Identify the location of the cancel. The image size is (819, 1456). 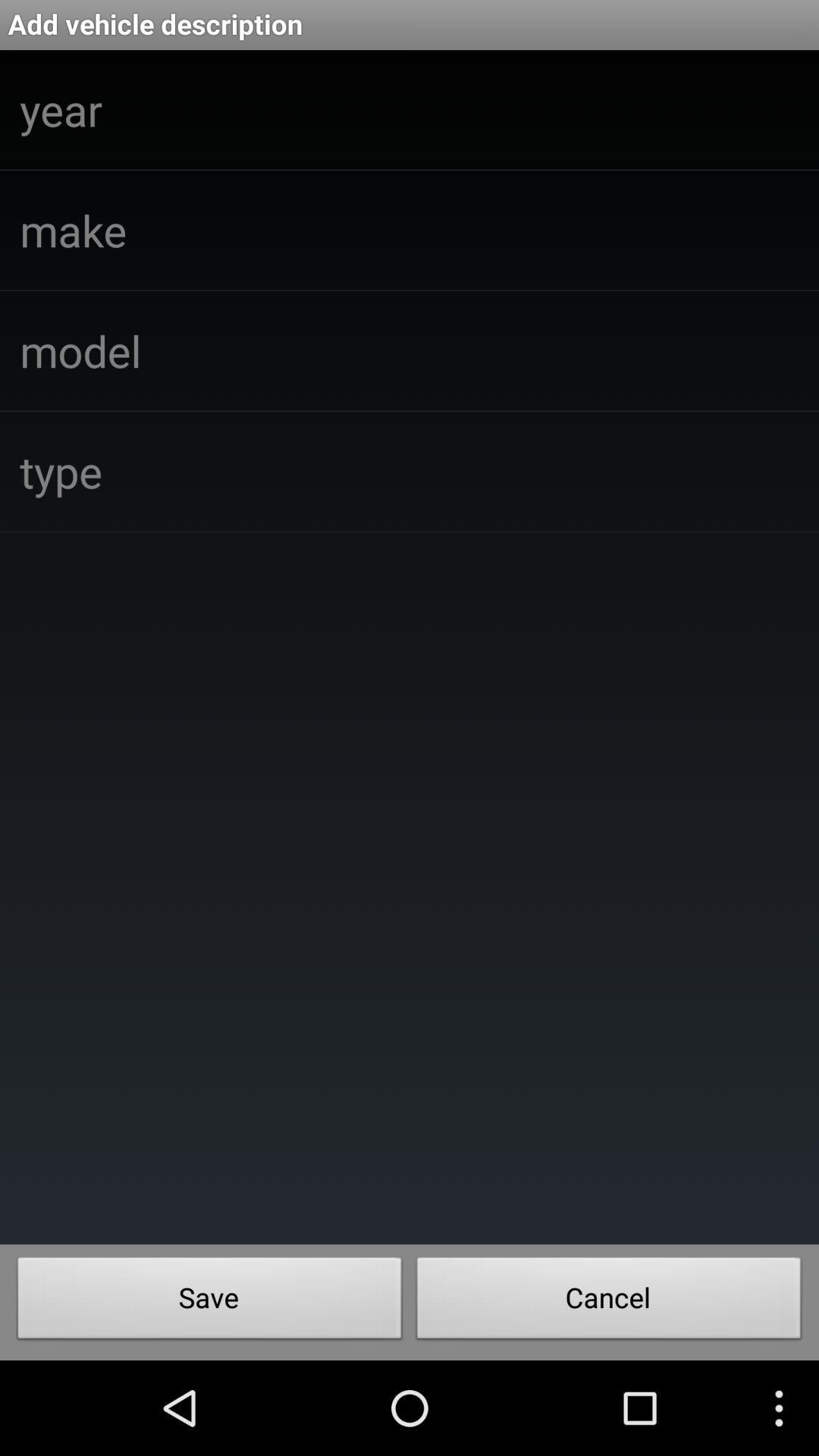
(608, 1301).